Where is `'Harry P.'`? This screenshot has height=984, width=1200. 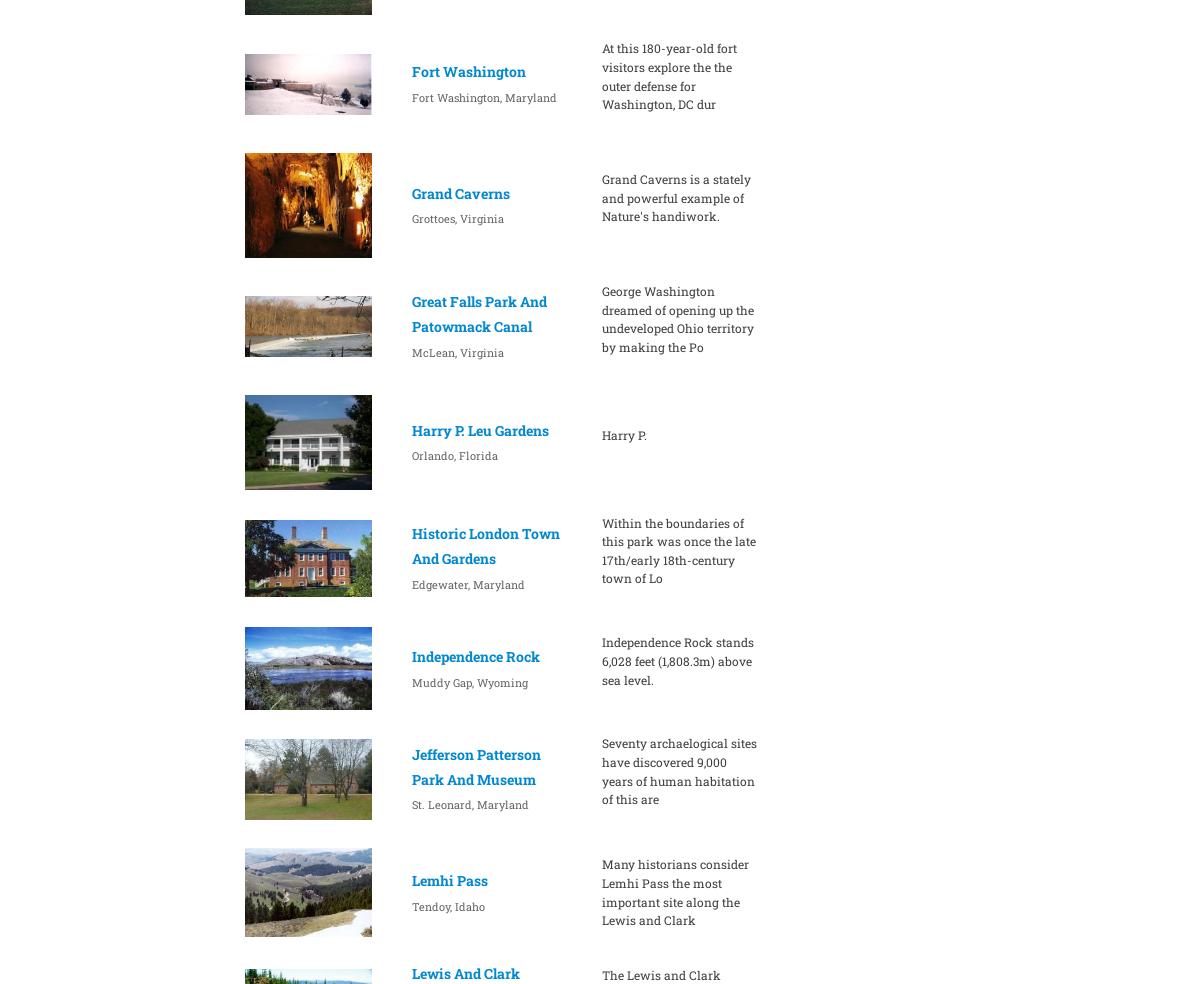
'Harry P.' is located at coordinates (623, 434).